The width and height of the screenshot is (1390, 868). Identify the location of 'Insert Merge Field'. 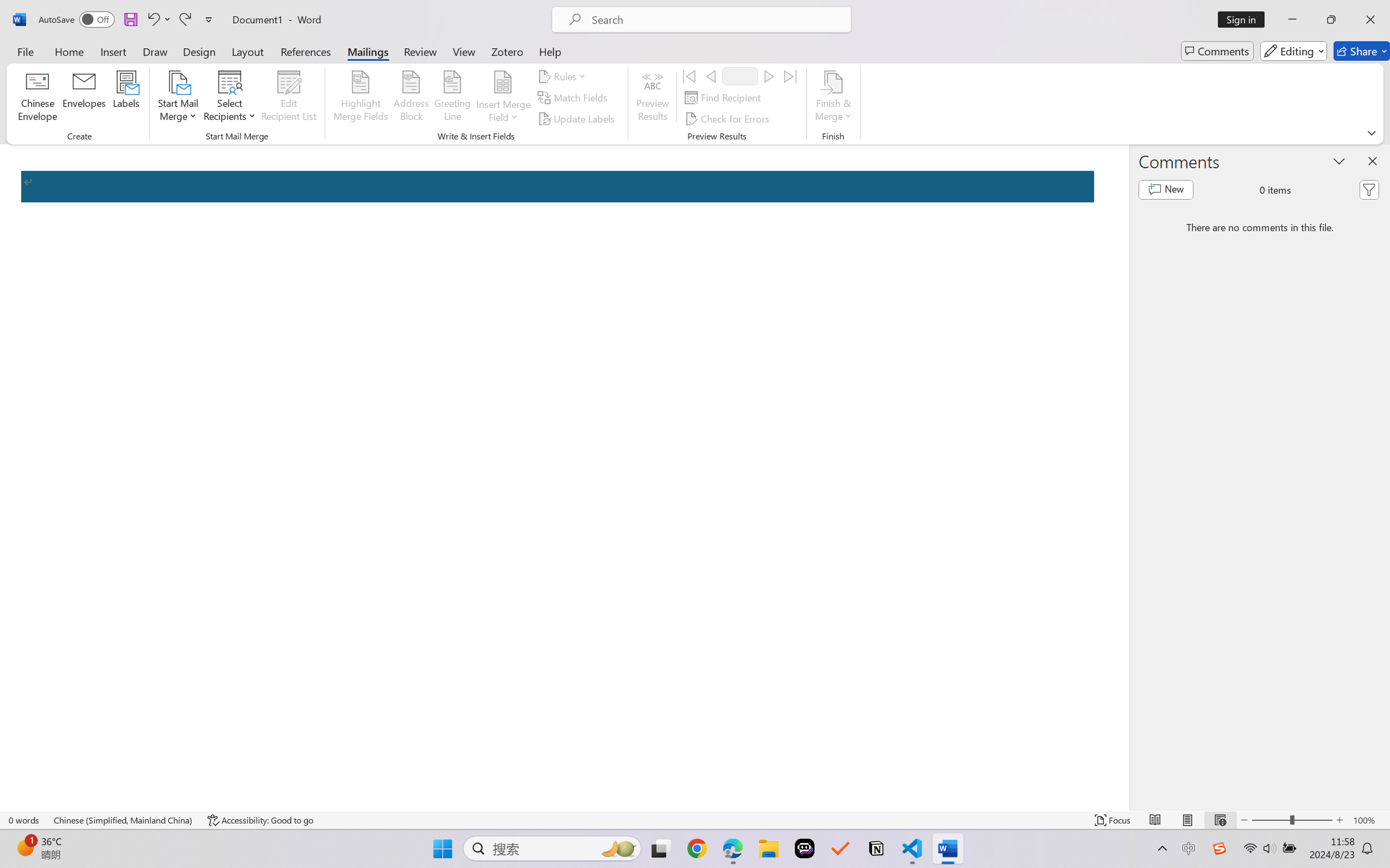
(503, 98).